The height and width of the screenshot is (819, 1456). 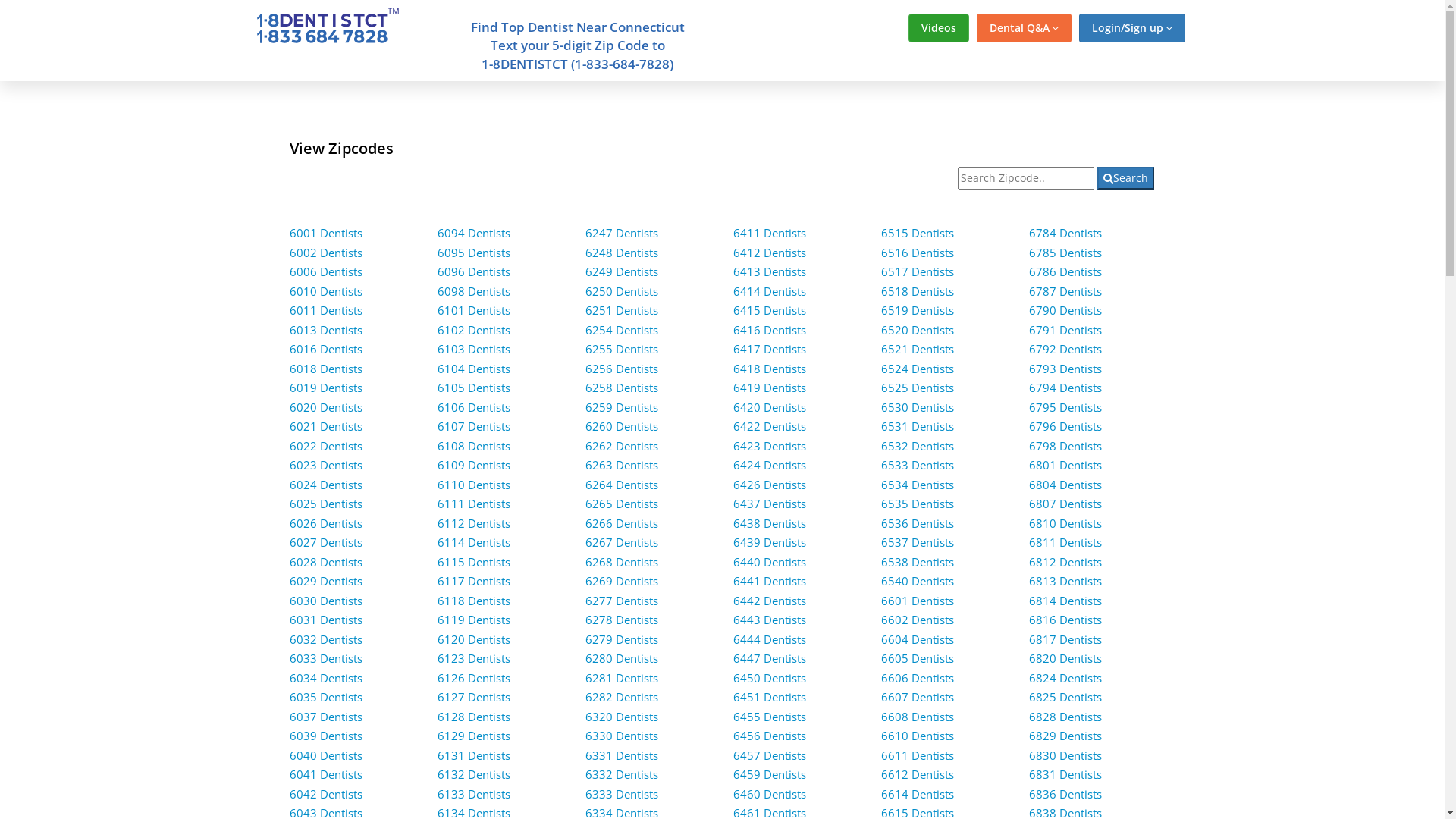 I want to click on '6127 Dentists', so click(x=472, y=696).